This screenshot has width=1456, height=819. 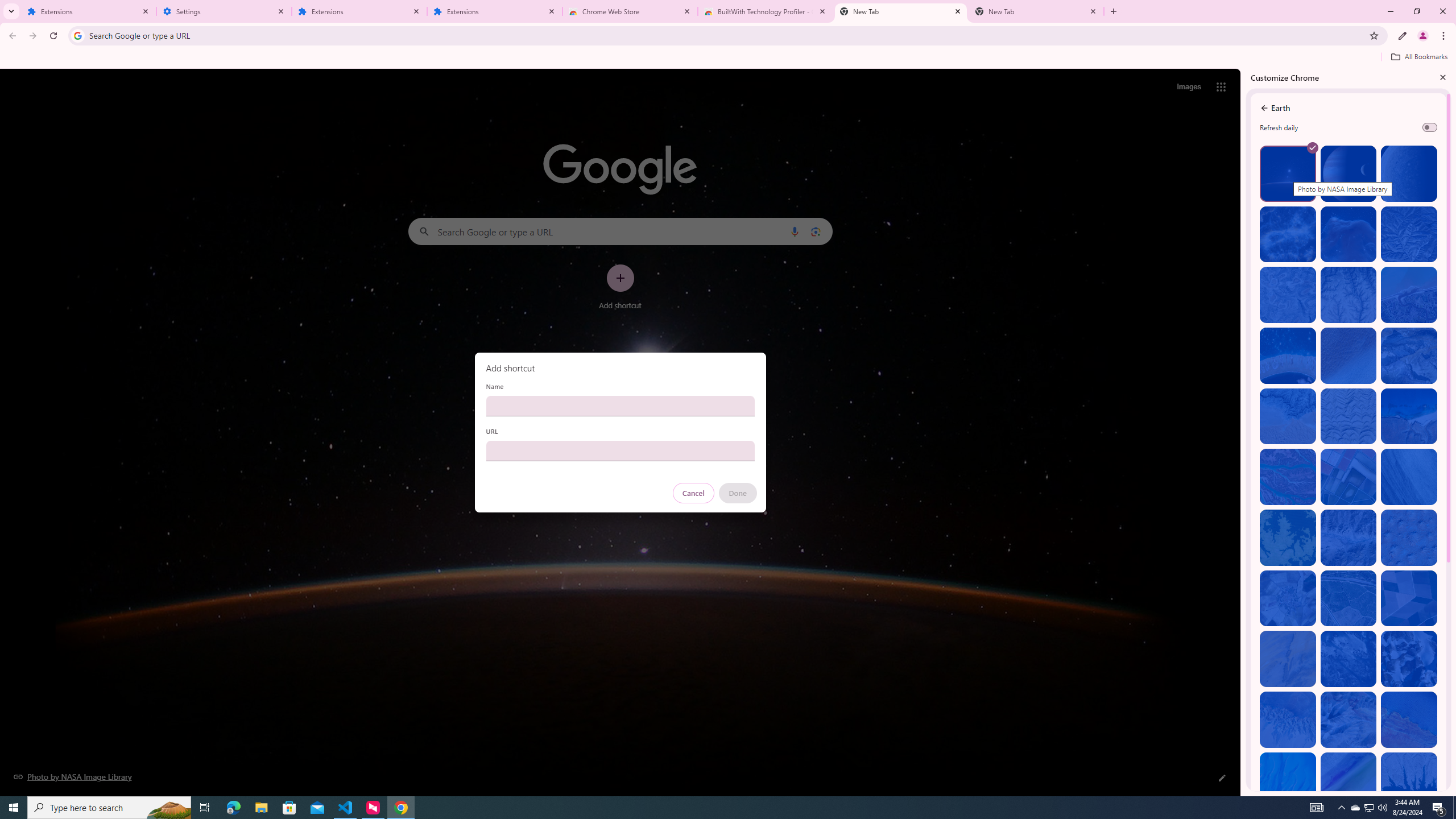 What do you see at coordinates (765, 11) in the screenshot?
I see `'BuiltWith Technology Profiler - Chrome Web Store'` at bounding box center [765, 11].